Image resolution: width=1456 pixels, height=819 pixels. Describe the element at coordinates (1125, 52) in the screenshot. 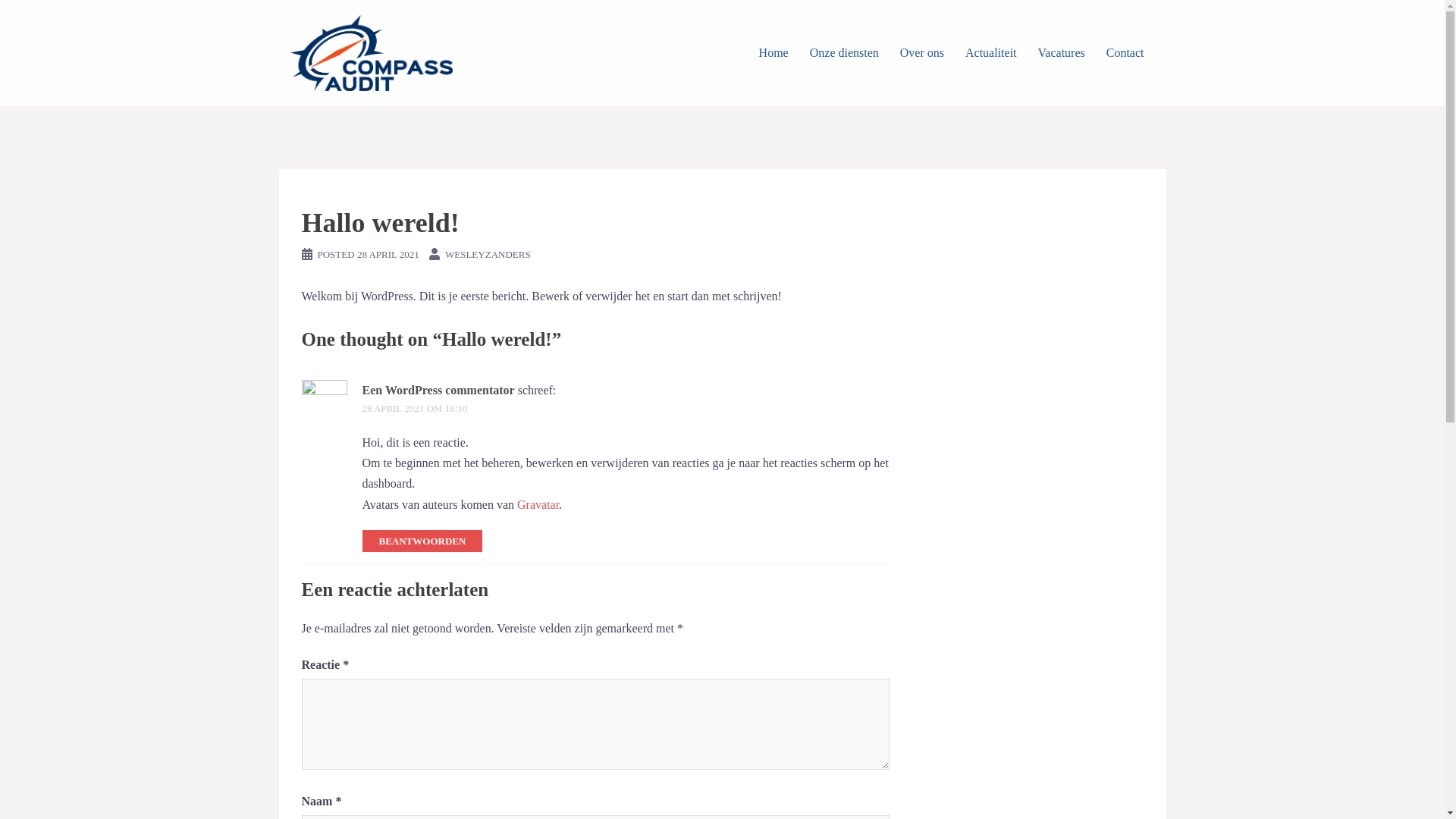

I see `'Contact'` at that location.